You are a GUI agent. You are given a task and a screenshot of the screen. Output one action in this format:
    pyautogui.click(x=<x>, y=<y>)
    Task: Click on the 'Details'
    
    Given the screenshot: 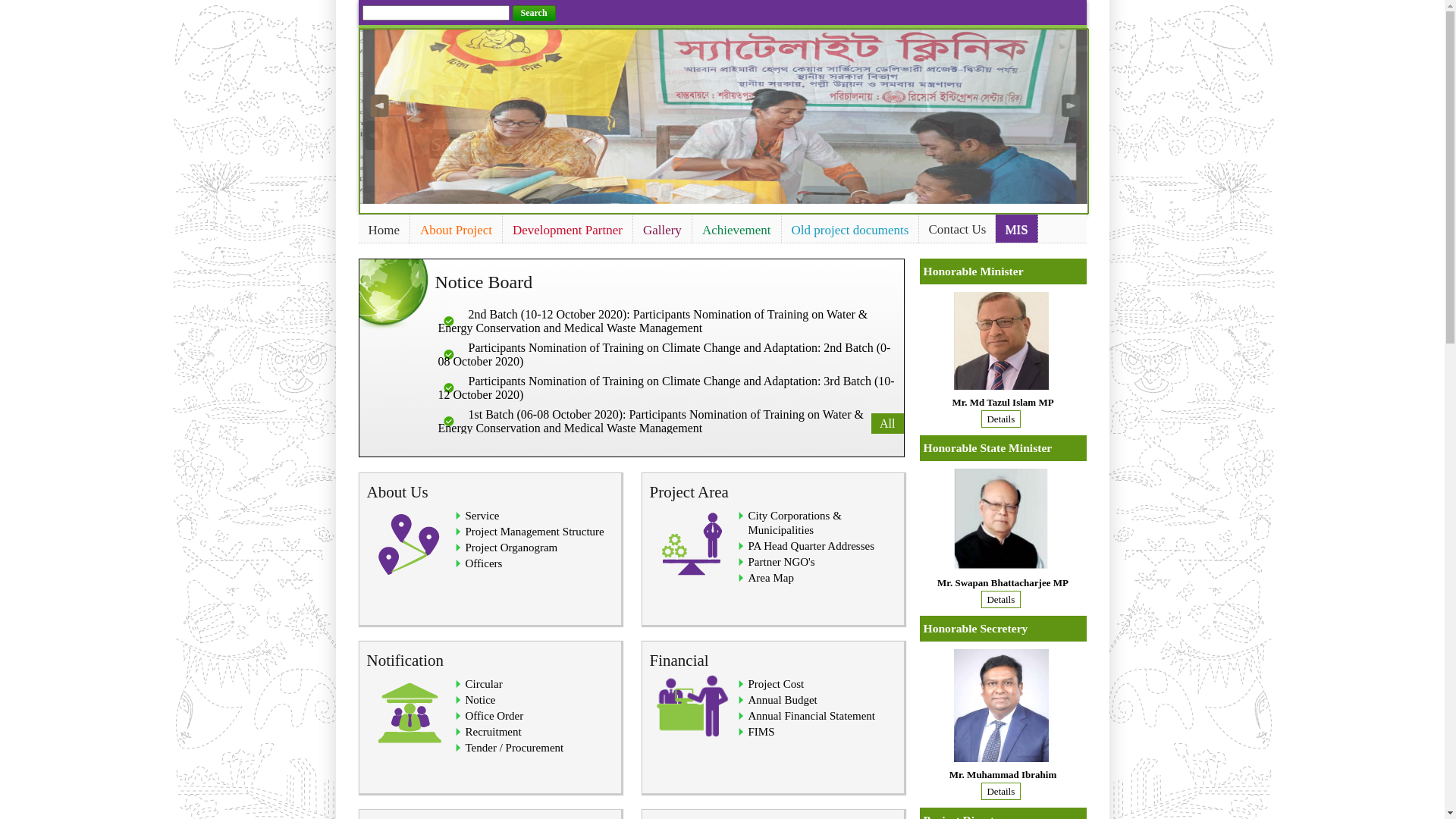 What is the action you would take?
    pyautogui.click(x=1002, y=419)
    